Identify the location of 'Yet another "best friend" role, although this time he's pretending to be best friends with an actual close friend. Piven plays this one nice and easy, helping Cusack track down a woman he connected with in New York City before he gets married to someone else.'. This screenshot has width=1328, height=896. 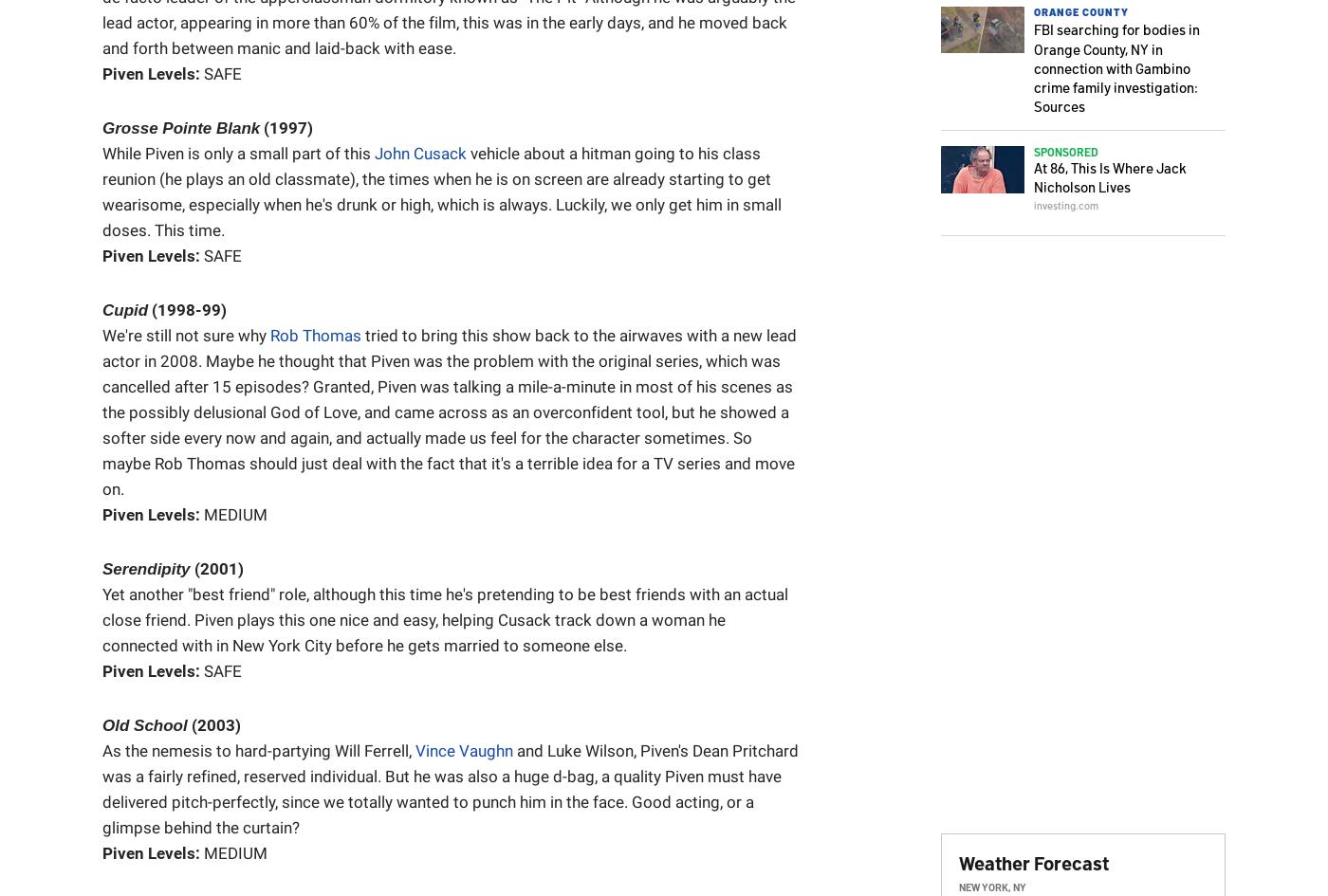
(445, 619).